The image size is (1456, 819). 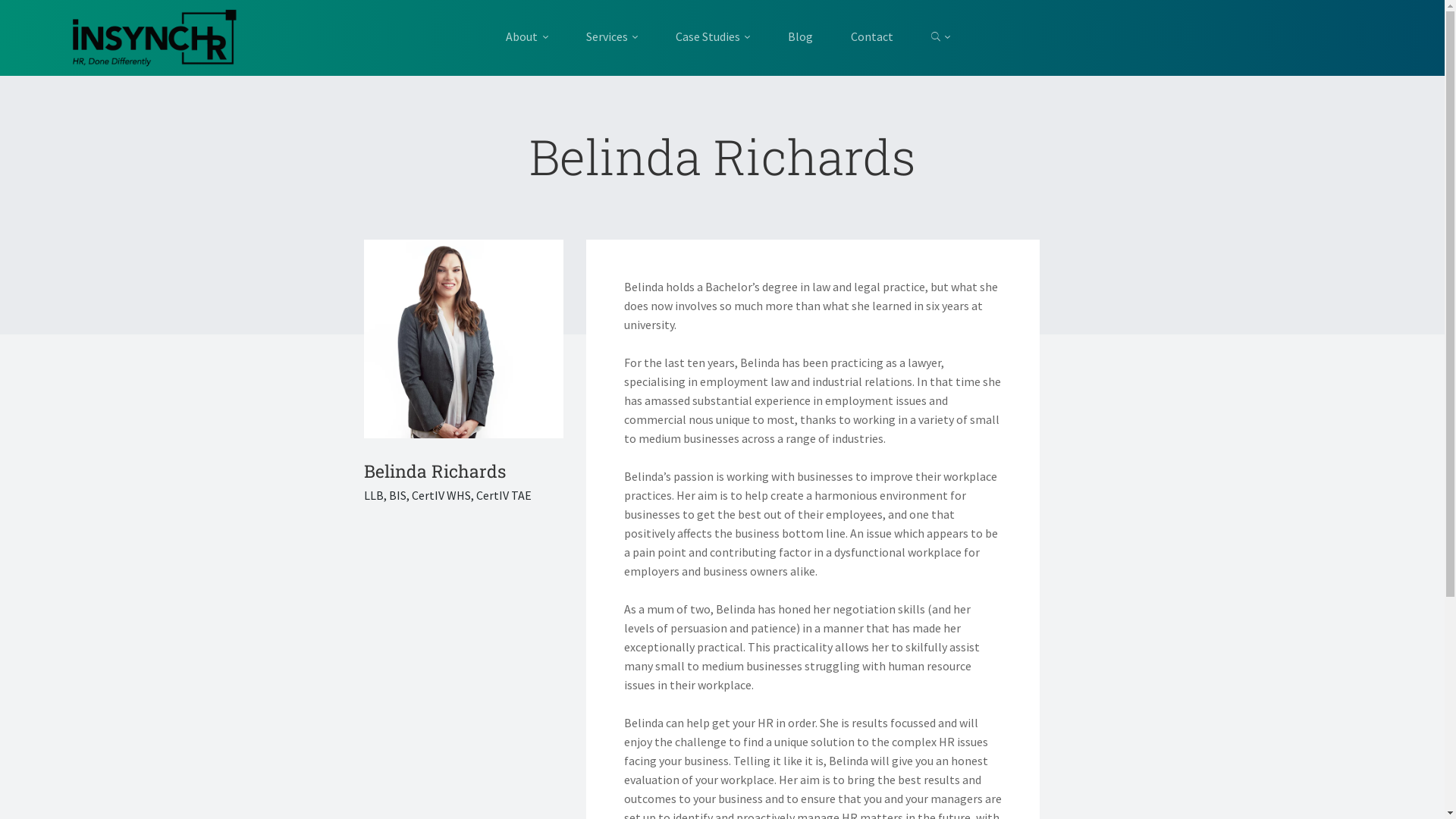 What do you see at coordinates (656, 36) in the screenshot?
I see `'Case Studies'` at bounding box center [656, 36].